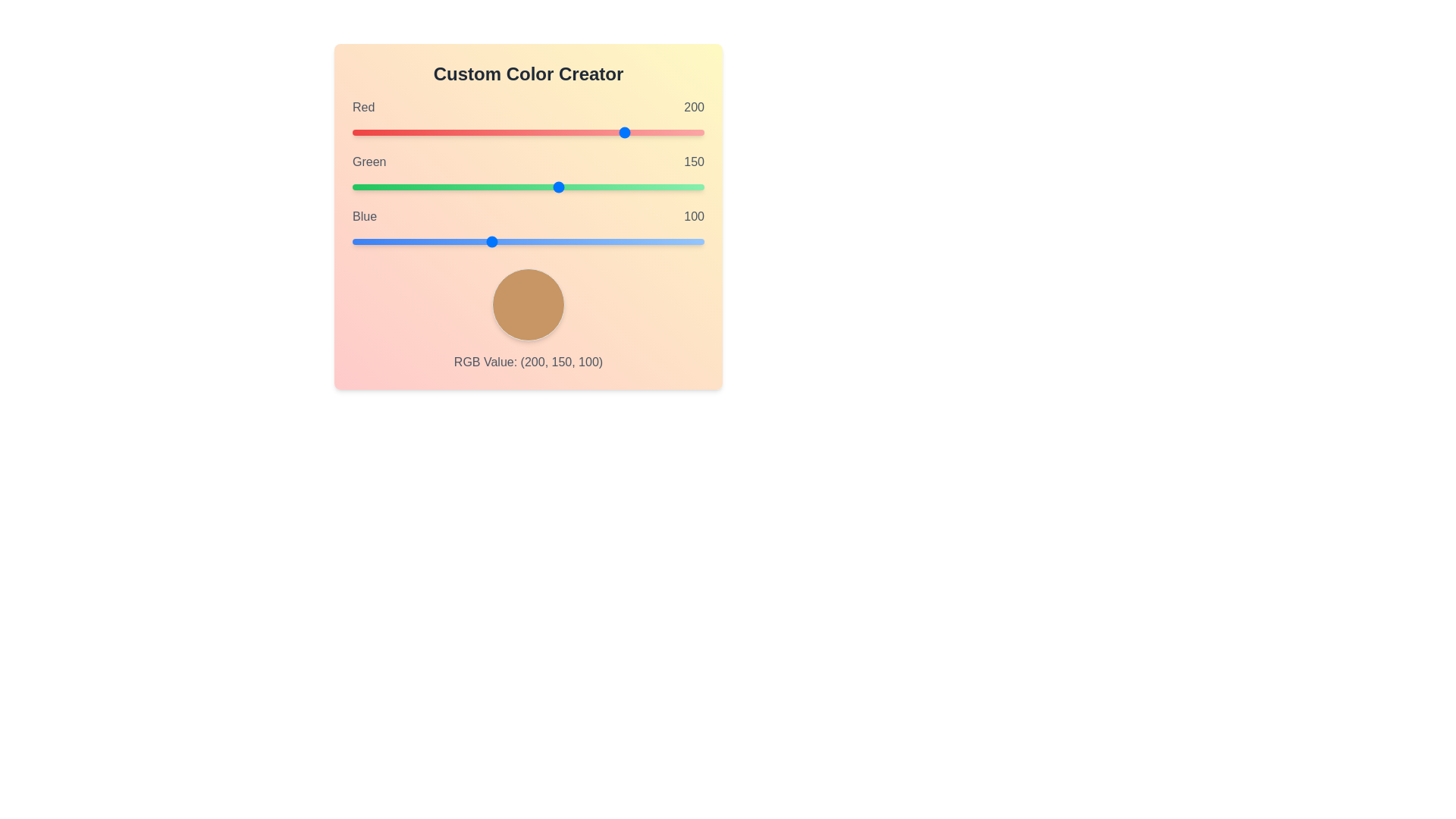  I want to click on the Green slider to set the green component to 152, so click(561, 186).